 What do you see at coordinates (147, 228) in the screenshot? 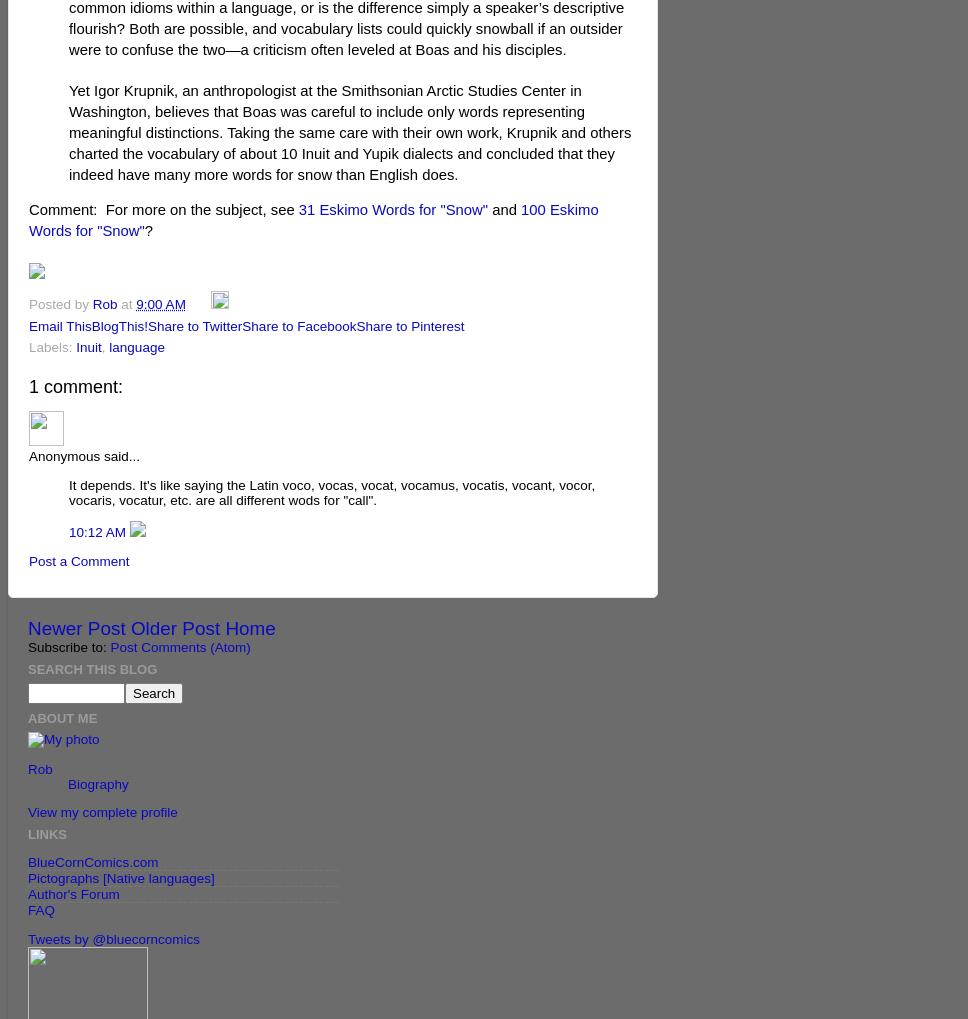
I see `'?'` at bounding box center [147, 228].